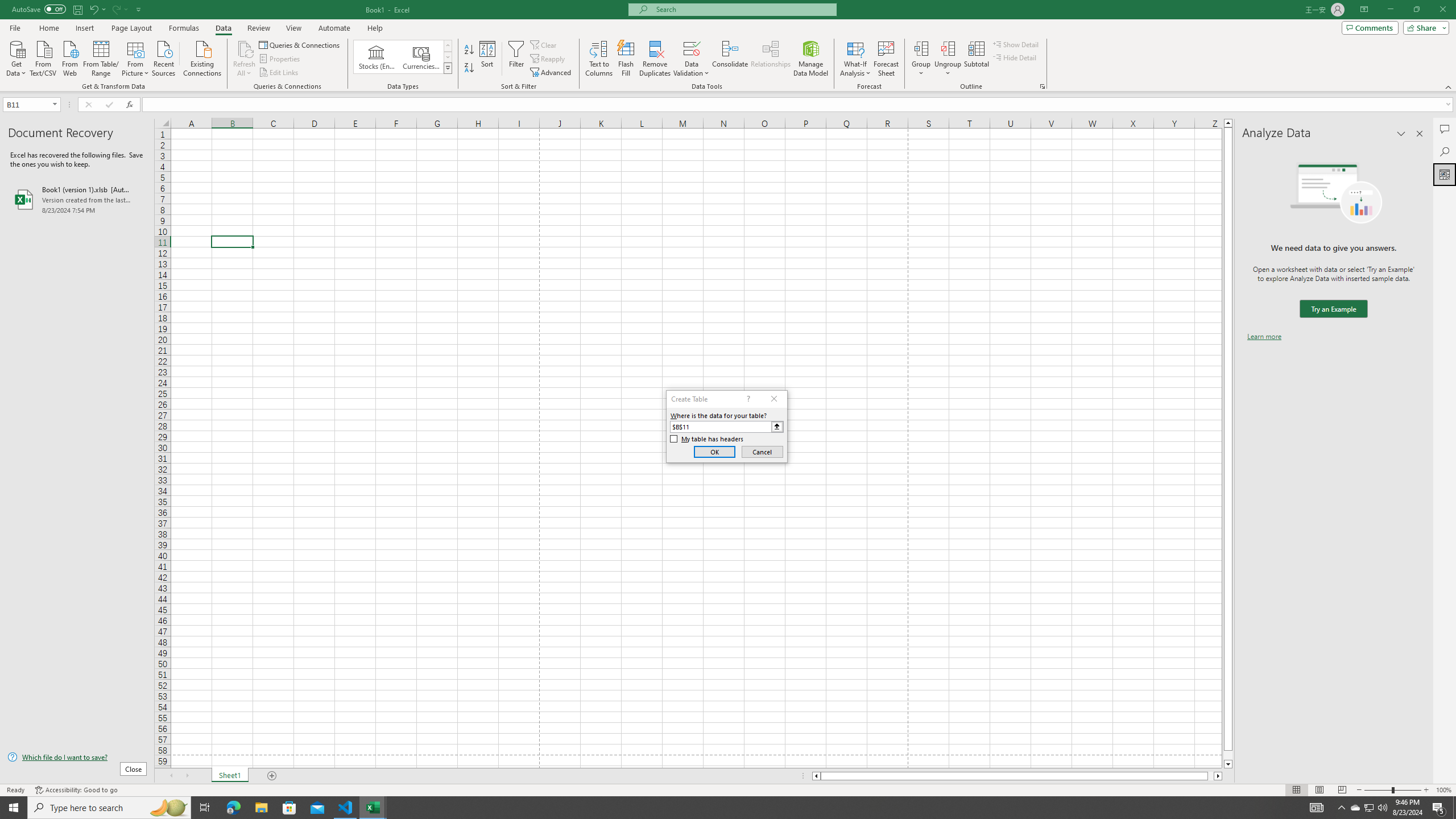  I want to click on 'Show Detail', so click(1015, 44).